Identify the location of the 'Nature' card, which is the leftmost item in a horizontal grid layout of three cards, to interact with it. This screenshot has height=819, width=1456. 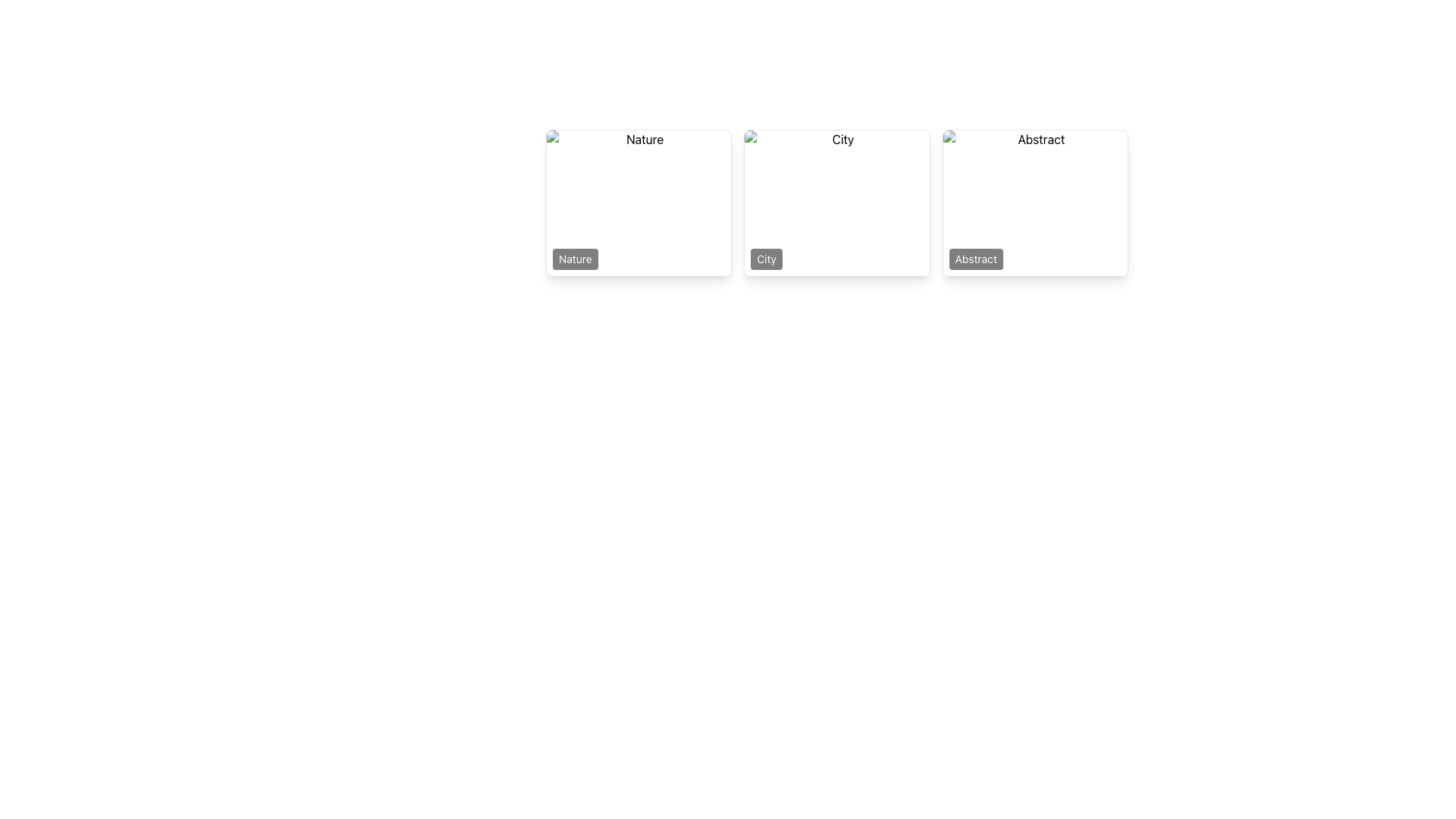
(639, 202).